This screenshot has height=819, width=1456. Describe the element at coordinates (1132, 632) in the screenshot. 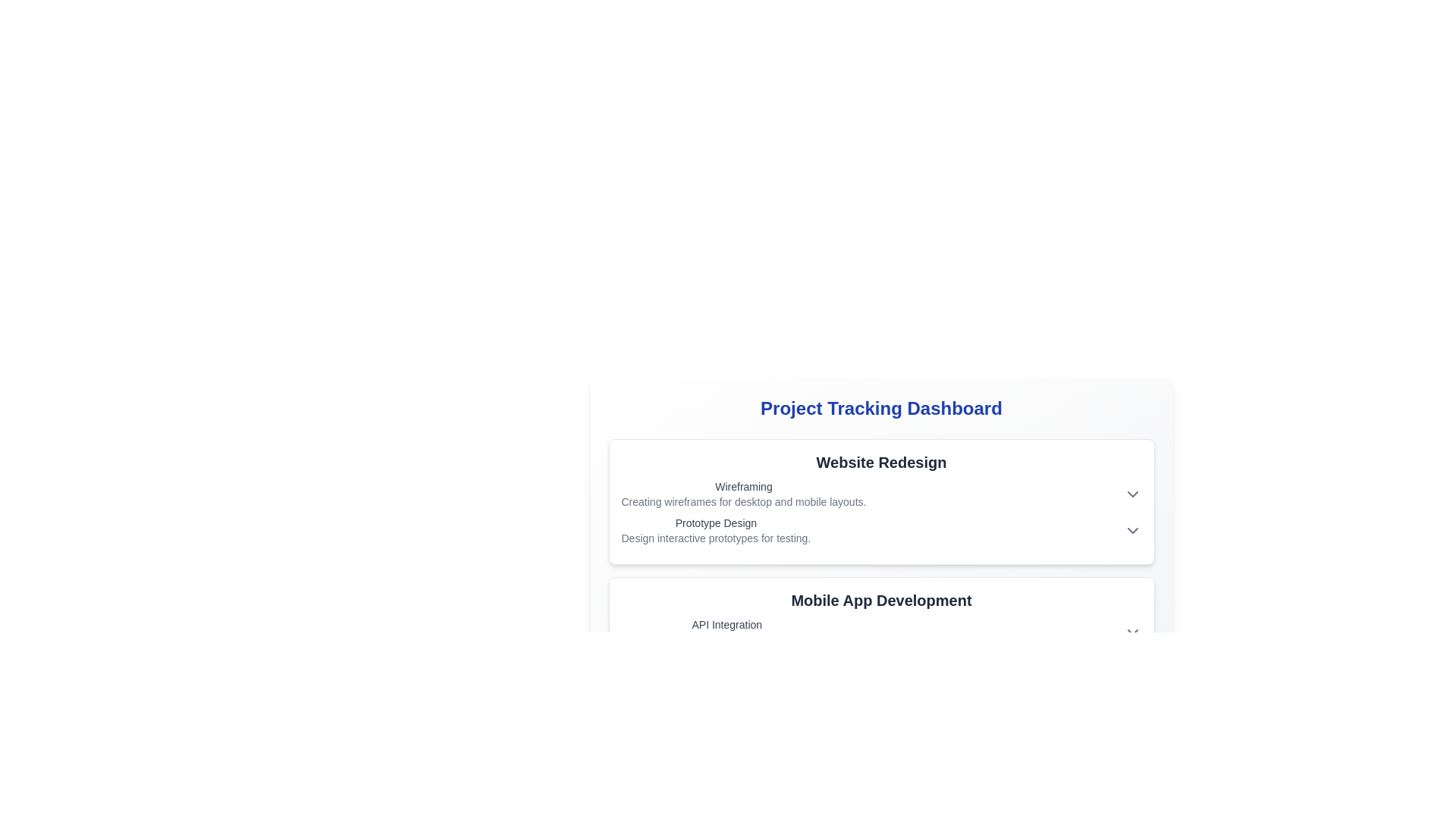

I see `the Icon button at the right edge of the 'API Integration' section` at that location.